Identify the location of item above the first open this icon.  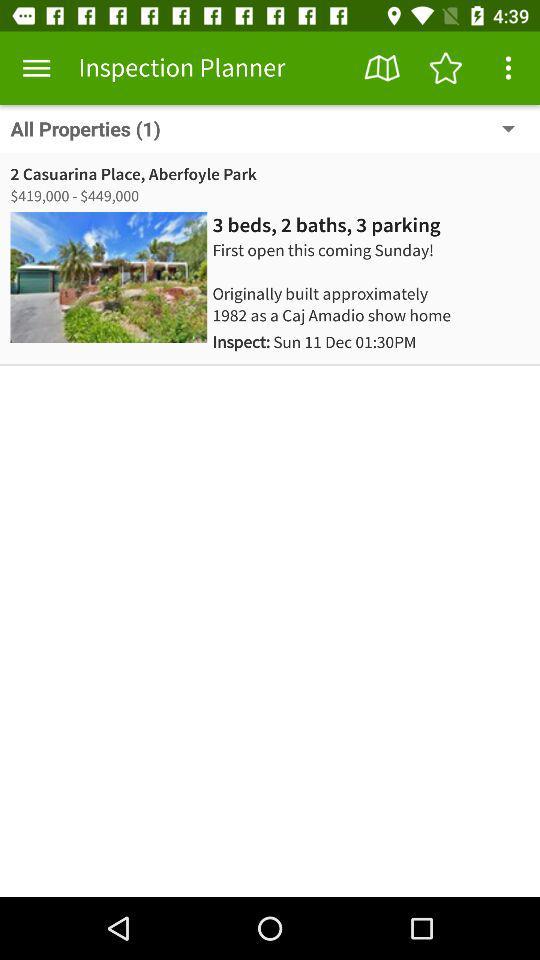
(326, 225).